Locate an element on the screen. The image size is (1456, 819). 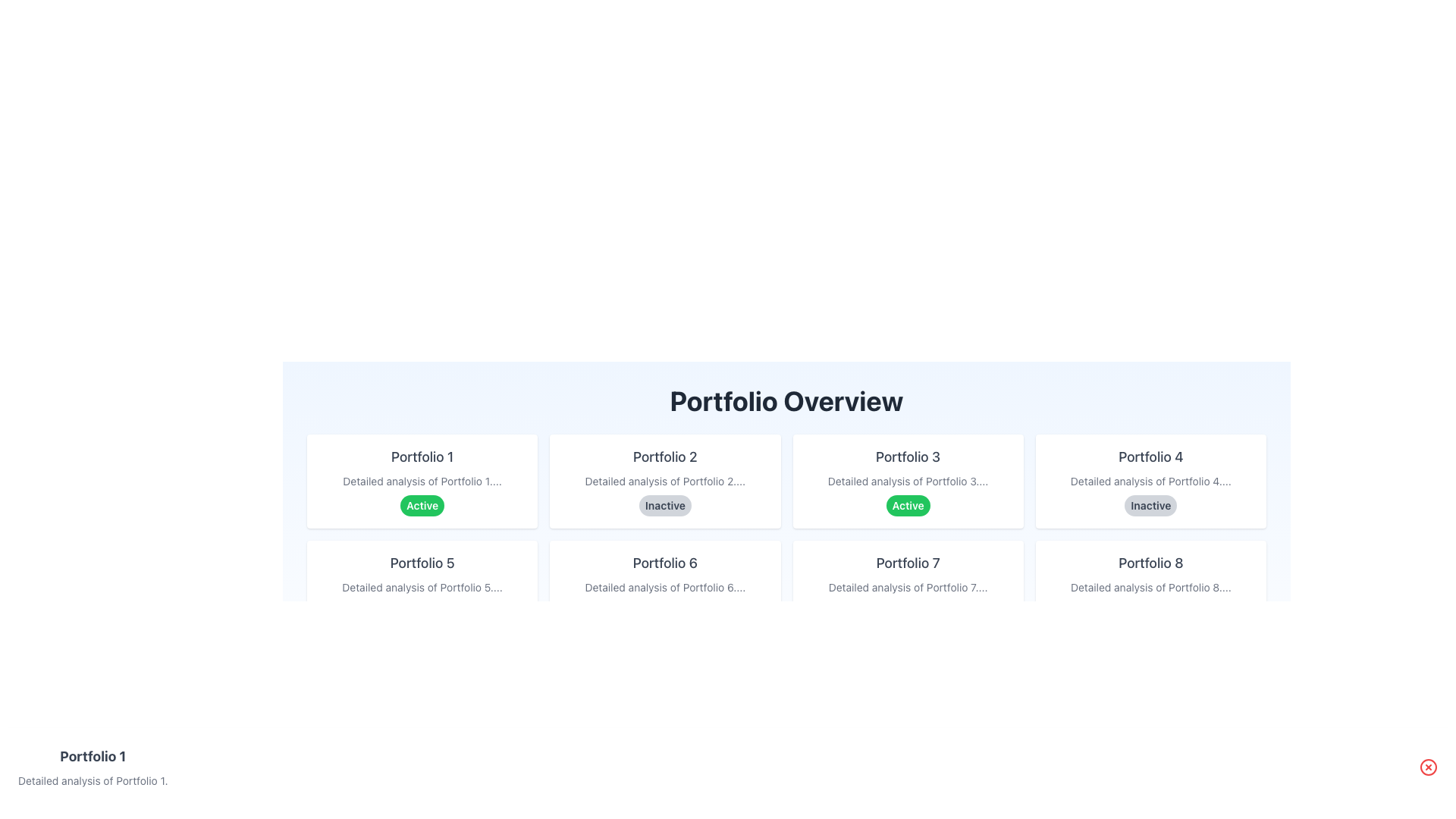
the descriptive text component located beneath the title 'Portfolio 8' in the bottom-right panel of the grid layout, which provides a summary about the 'Portfolio 8' item is located at coordinates (1150, 587).